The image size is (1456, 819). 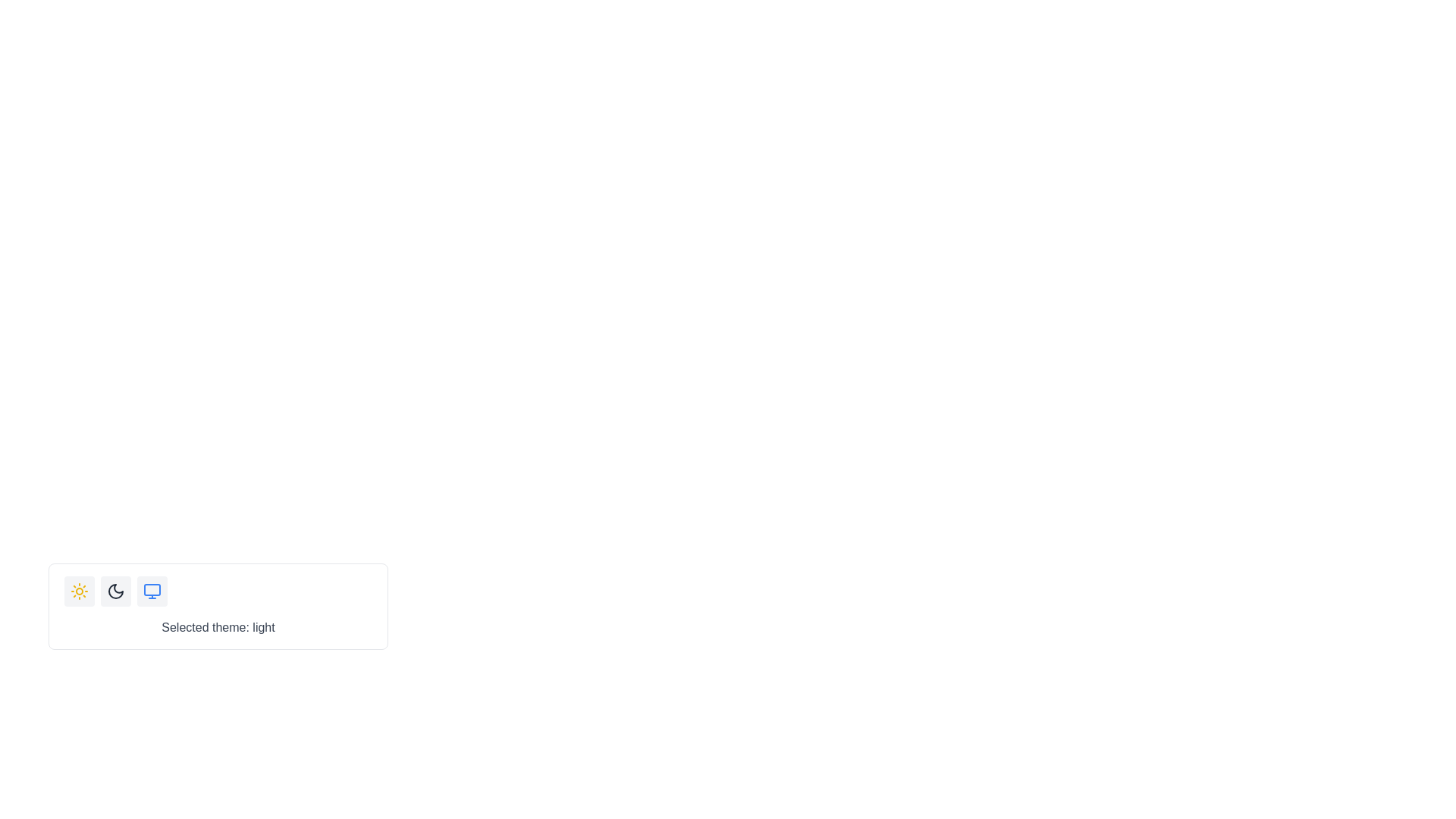 I want to click on the second button in the theme selection group, so click(x=115, y=590).